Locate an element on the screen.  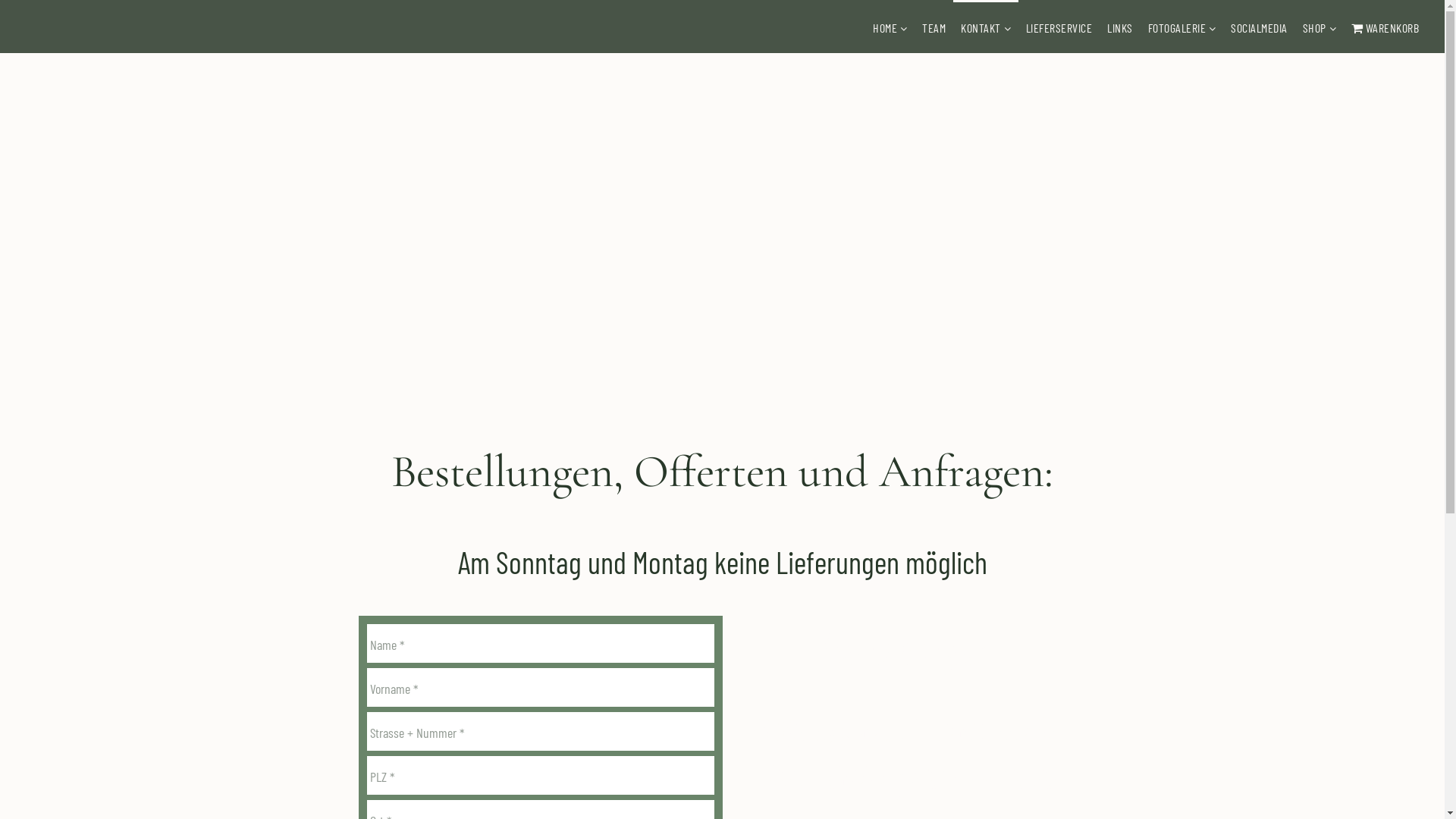
'SOCIALMEDIA' is located at coordinates (1259, 27).